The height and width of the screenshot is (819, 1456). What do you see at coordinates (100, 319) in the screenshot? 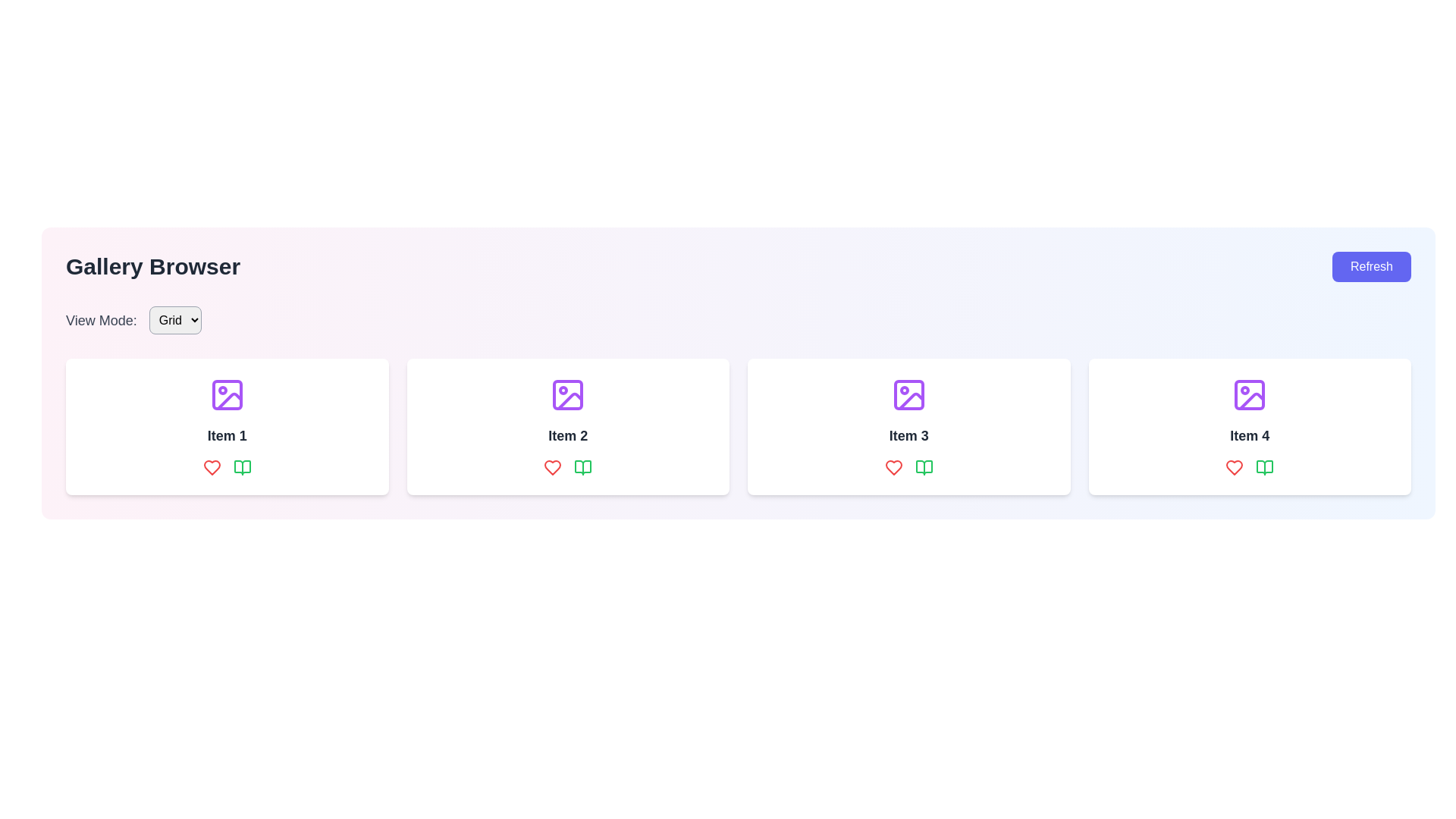
I see `the static text label that indicates the purpose of the related dropdown menu, positioned below 'Gallery Browser' and to the left of the 'Grid/List' dropdown` at bounding box center [100, 319].